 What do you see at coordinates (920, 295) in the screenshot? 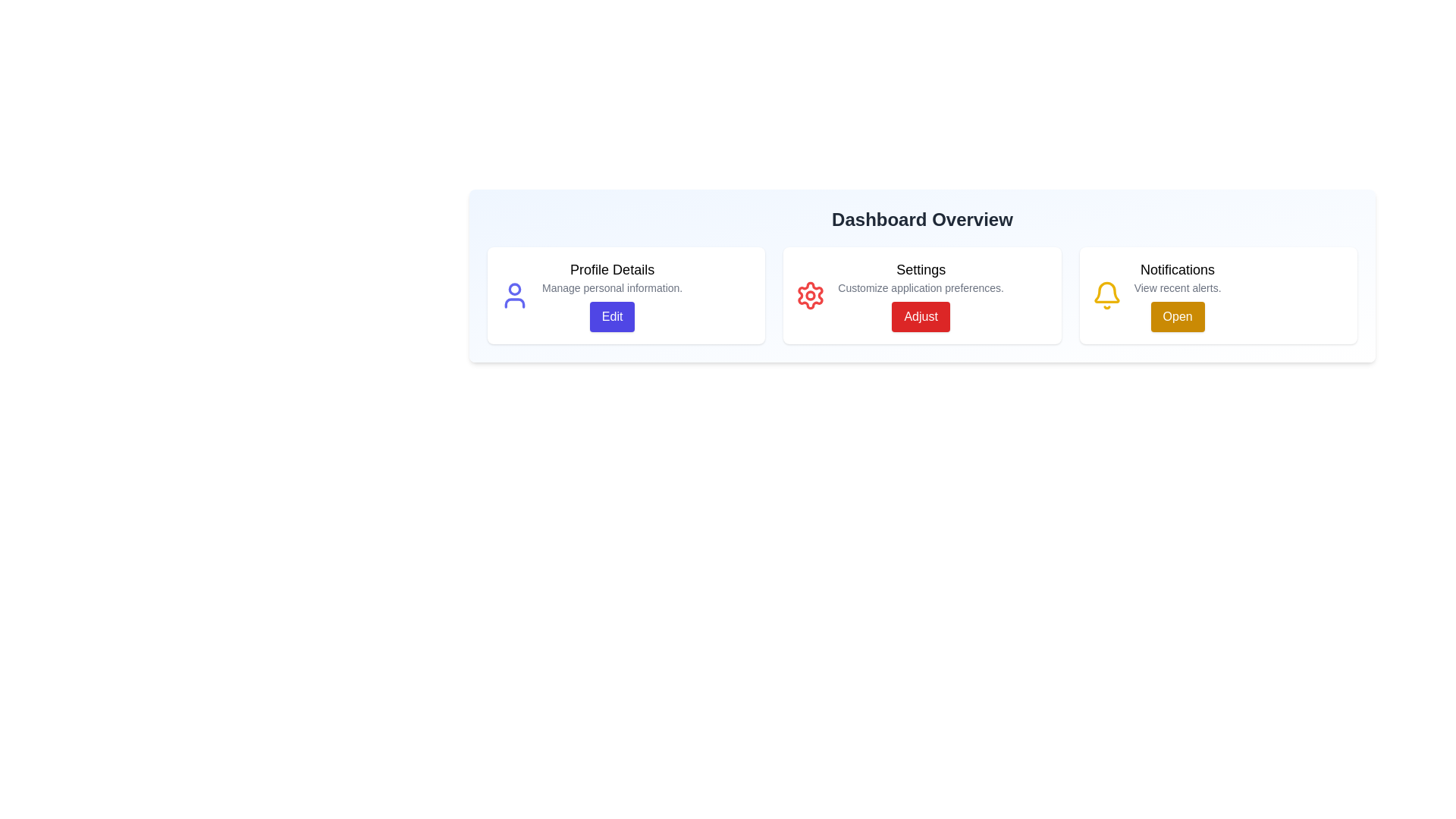
I see `the composite UI component containing a heading, paragraph text, and an 'Adjust' button that allows users` at bounding box center [920, 295].